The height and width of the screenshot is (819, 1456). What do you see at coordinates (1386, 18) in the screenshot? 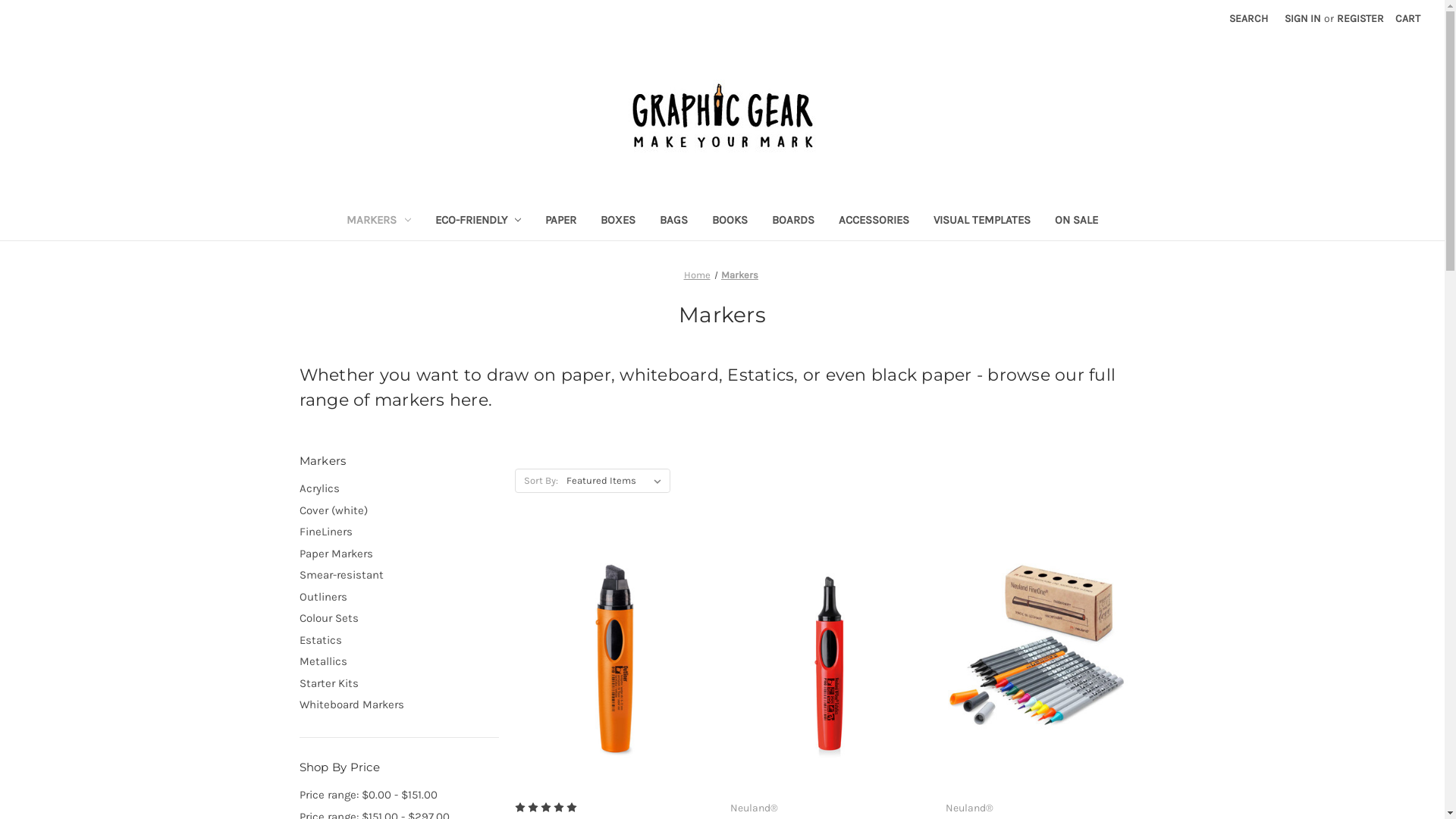
I see `'CART'` at bounding box center [1386, 18].